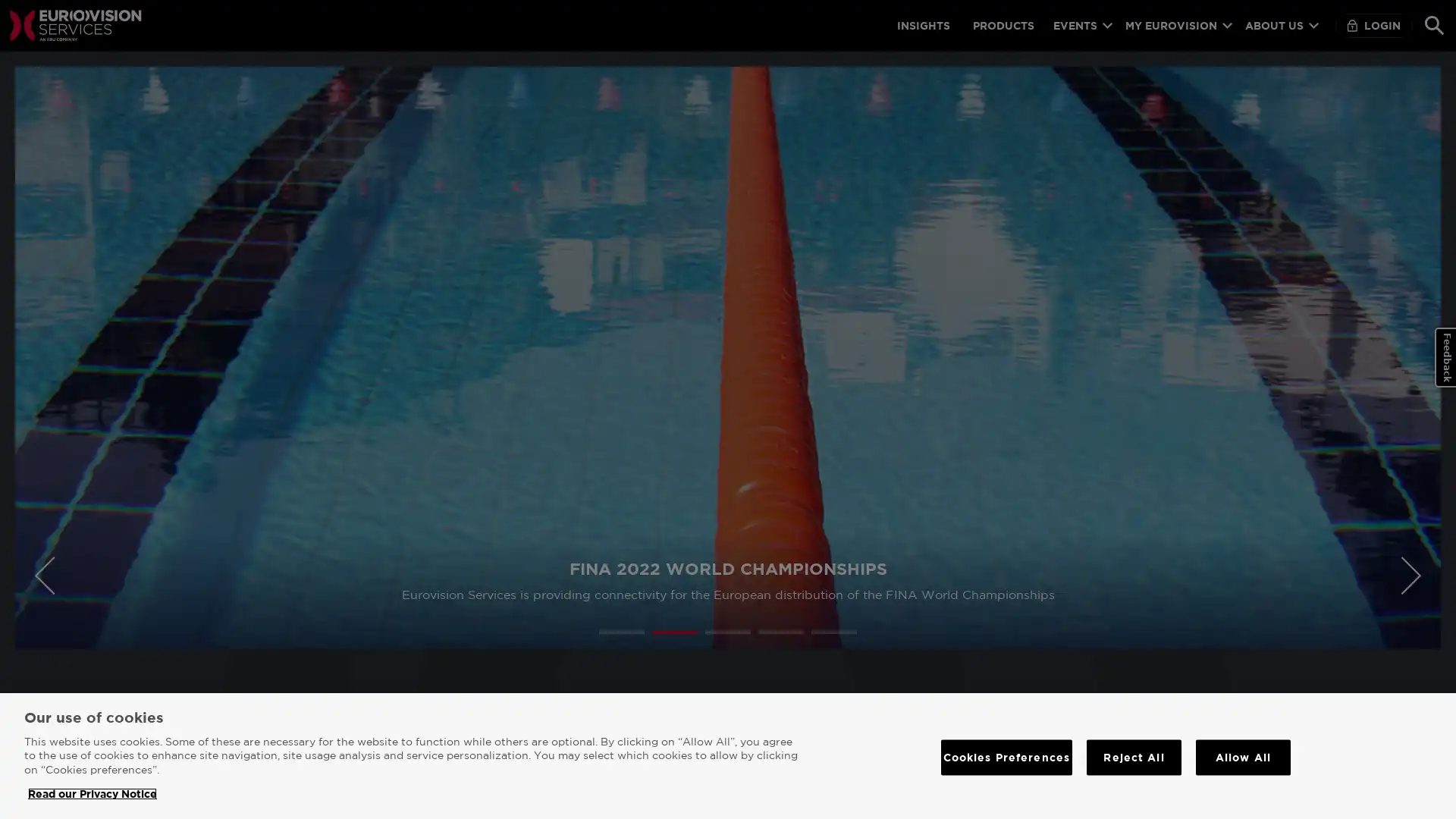 The height and width of the screenshot is (819, 1456). What do you see at coordinates (728, 632) in the screenshot?
I see `Carousel Page 3` at bounding box center [728, 632].